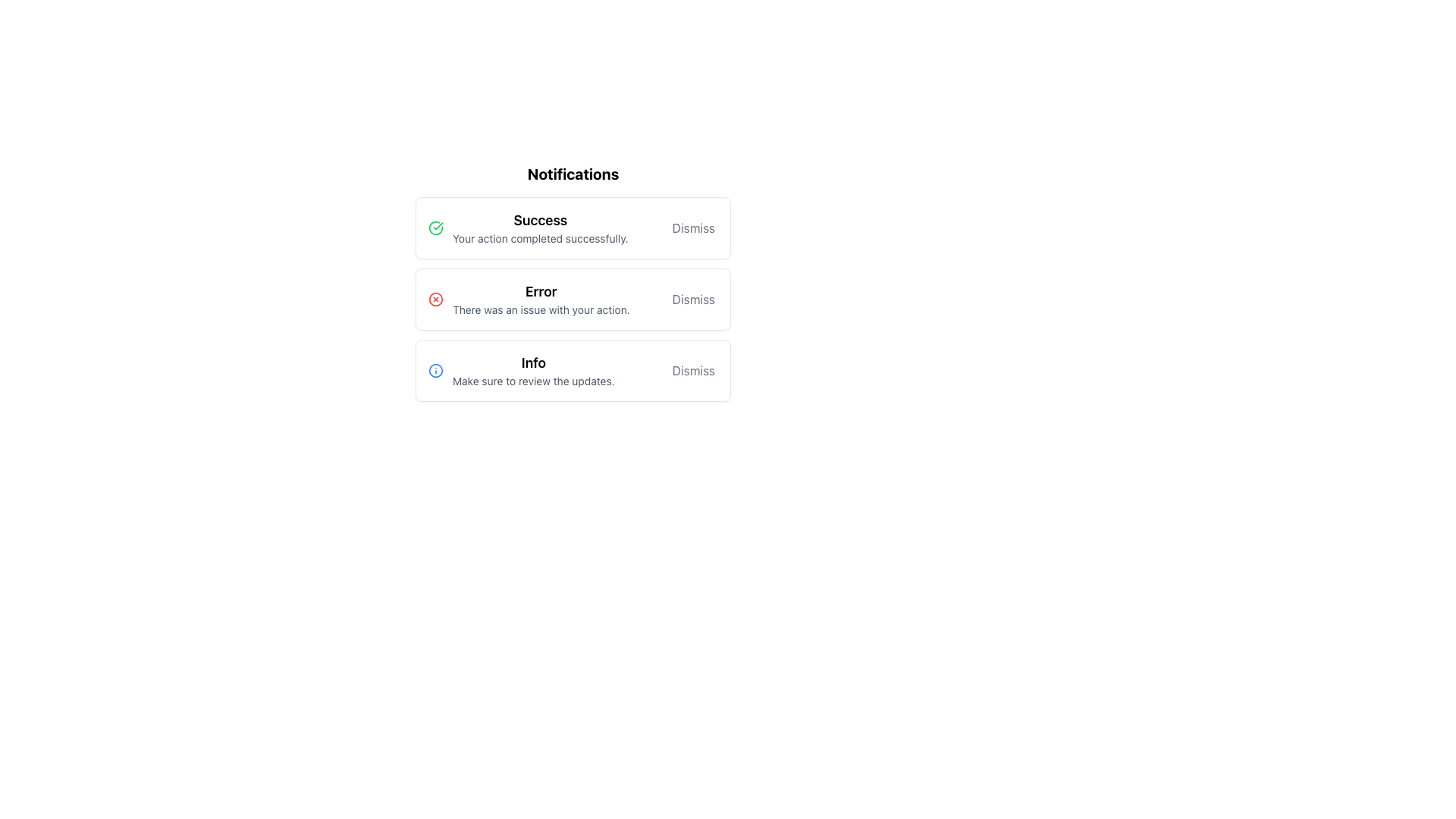 This screenshot has height=819, width=1456. I want to click on the red circular close icon within the second notification card labeled 'Error', so click(435, 299).